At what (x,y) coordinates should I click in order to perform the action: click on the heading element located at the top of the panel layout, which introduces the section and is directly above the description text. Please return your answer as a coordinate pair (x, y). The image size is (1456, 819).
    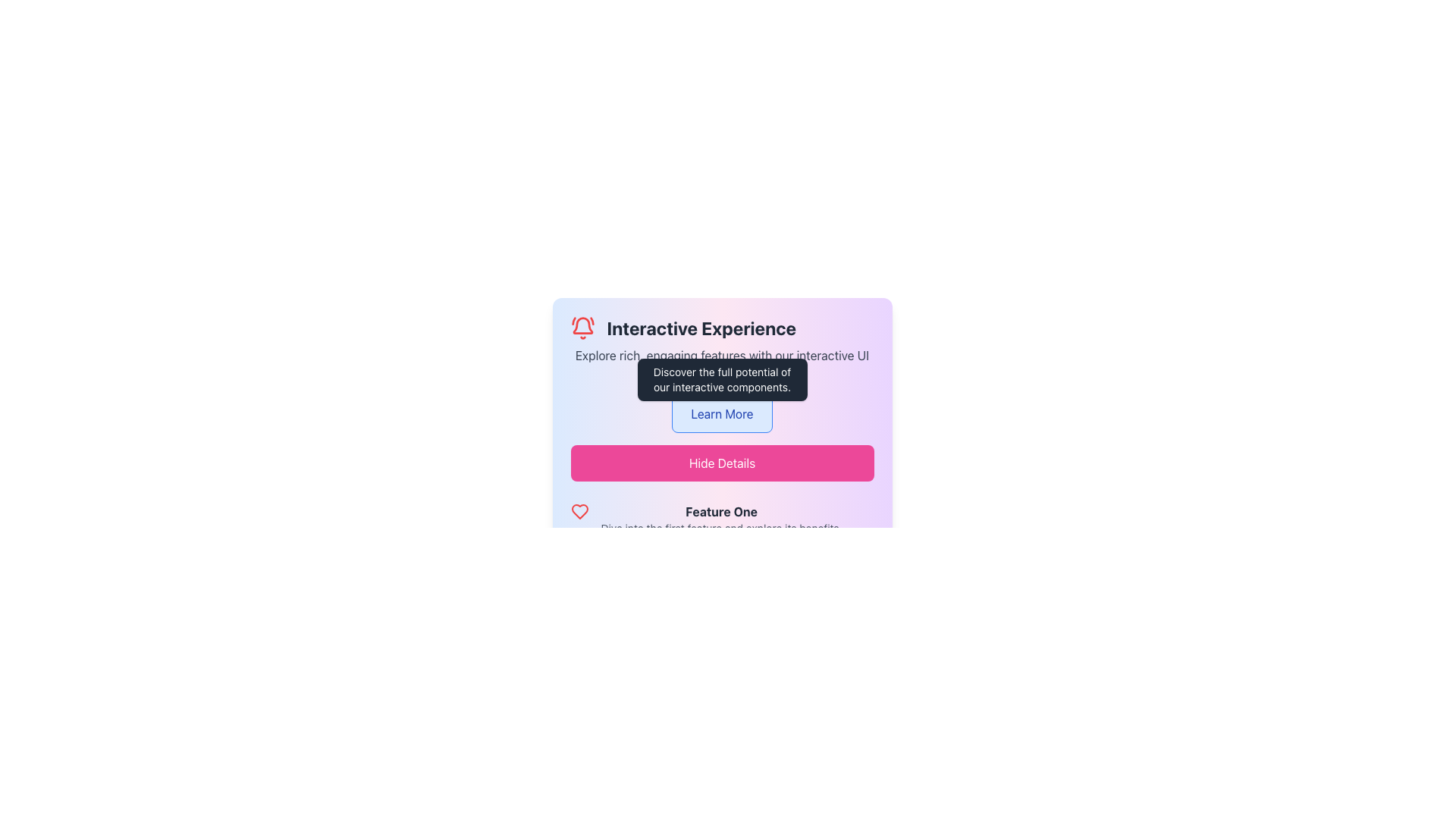
    Looking at the image, I should click on (721, 327).